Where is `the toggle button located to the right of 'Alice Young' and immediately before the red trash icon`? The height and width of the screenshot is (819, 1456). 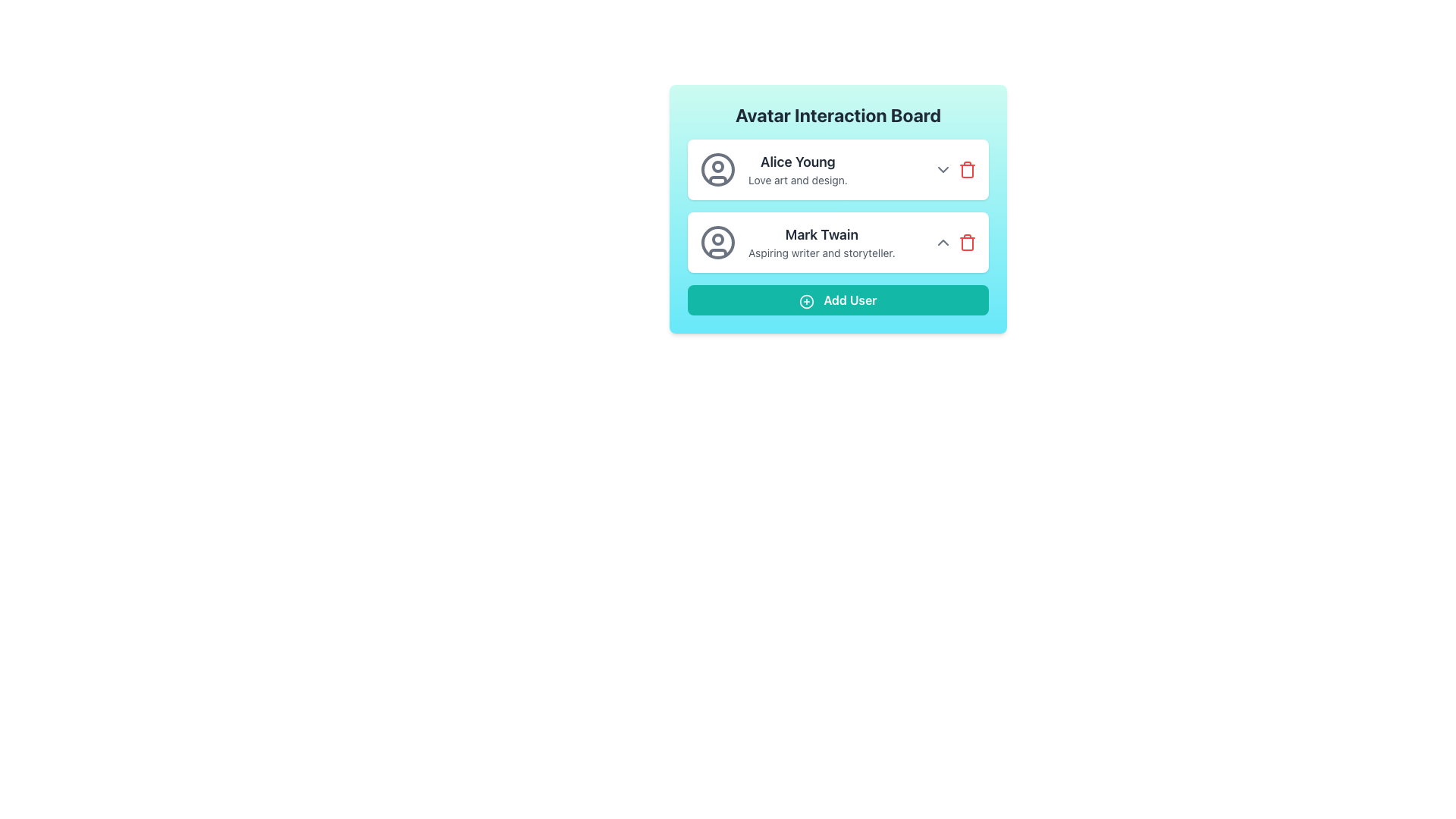
the toggle button located to the right of 'Alice Young' and immediately before the red trash icon is located at coordinates (942, 169).